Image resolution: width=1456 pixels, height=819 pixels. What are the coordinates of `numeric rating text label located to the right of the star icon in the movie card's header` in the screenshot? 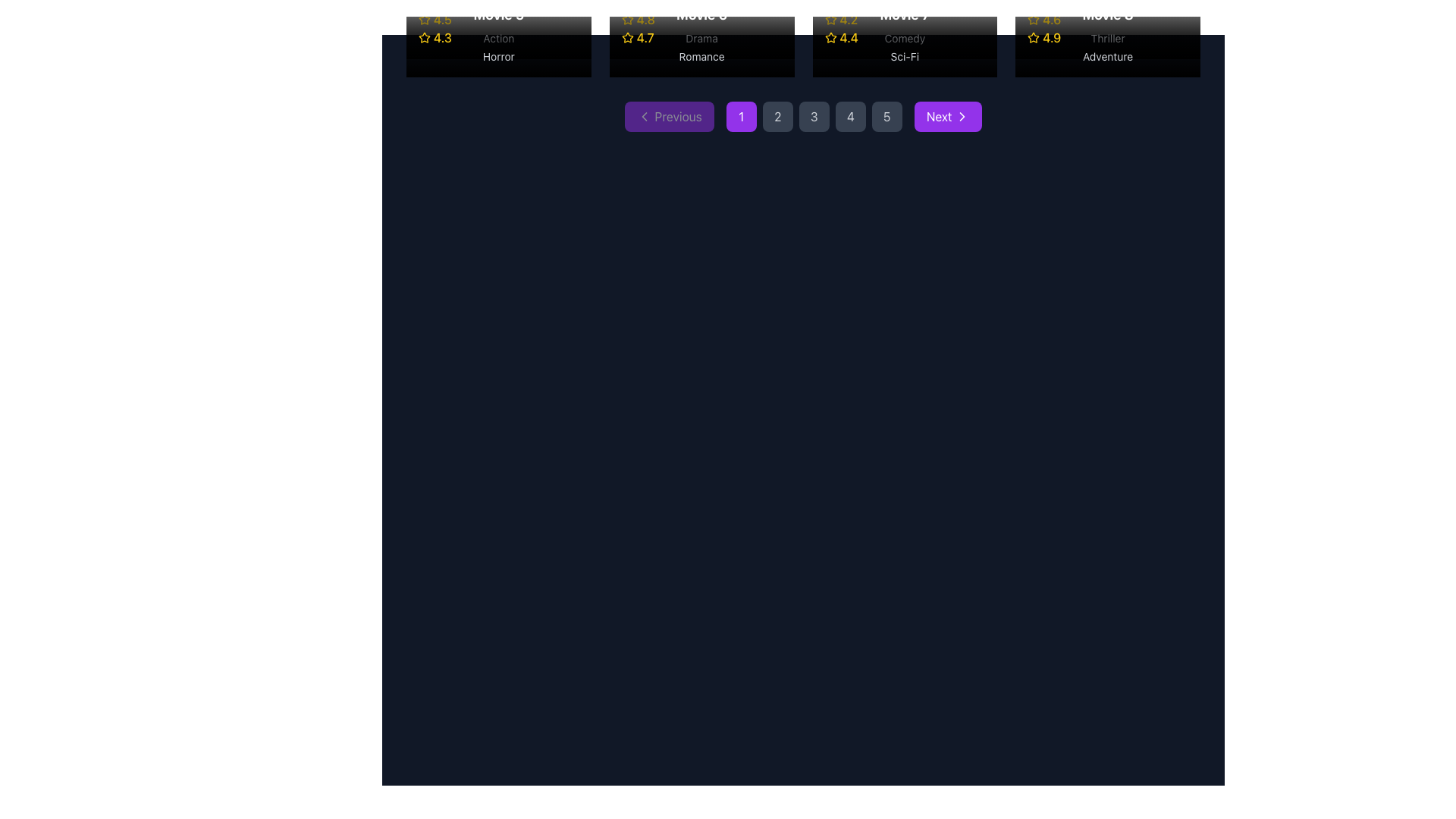 It's located at (442, 37).